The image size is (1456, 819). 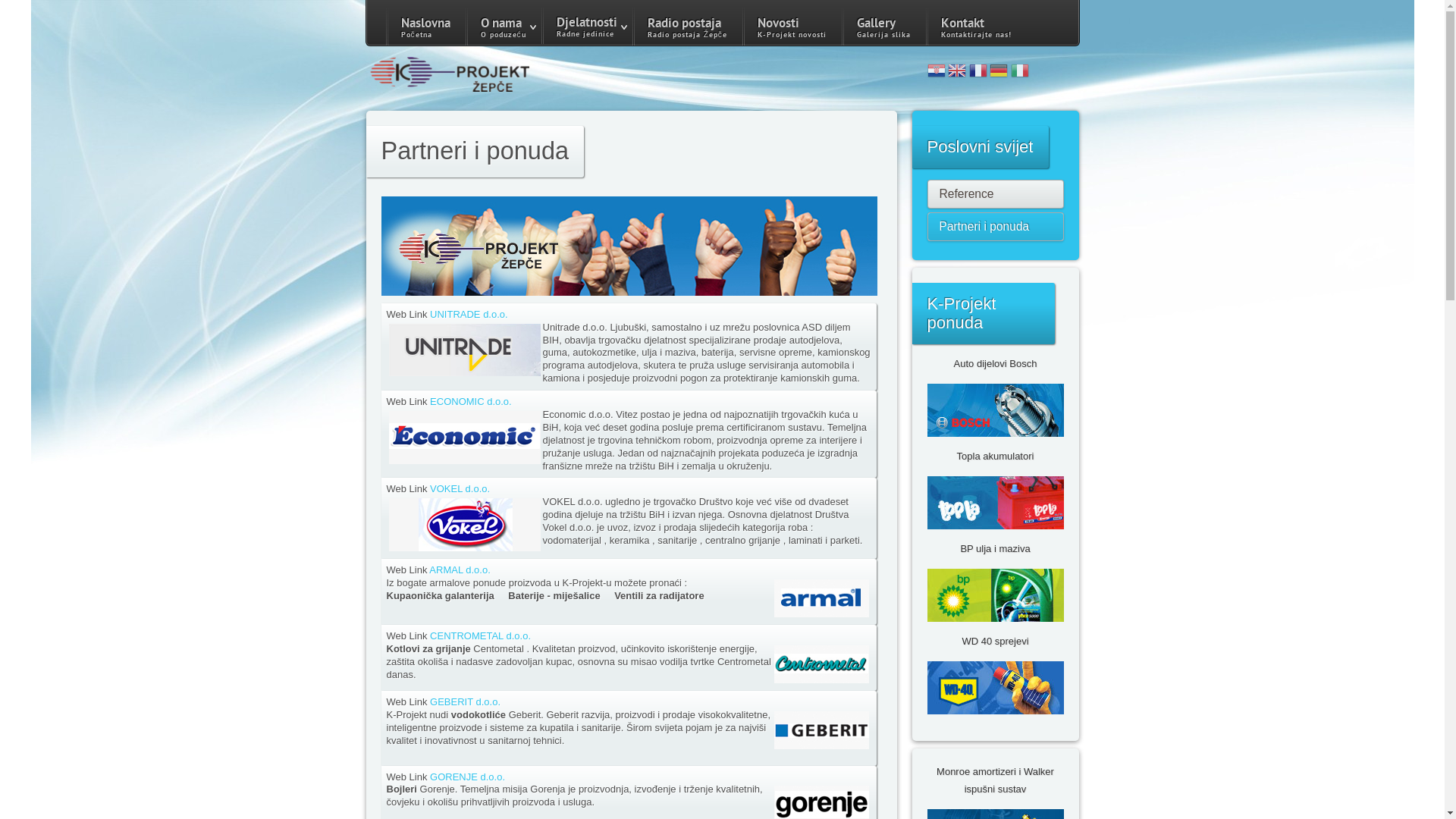 I want to click on 'GEBERIT d.o.o.', so click(x=464, y=701).